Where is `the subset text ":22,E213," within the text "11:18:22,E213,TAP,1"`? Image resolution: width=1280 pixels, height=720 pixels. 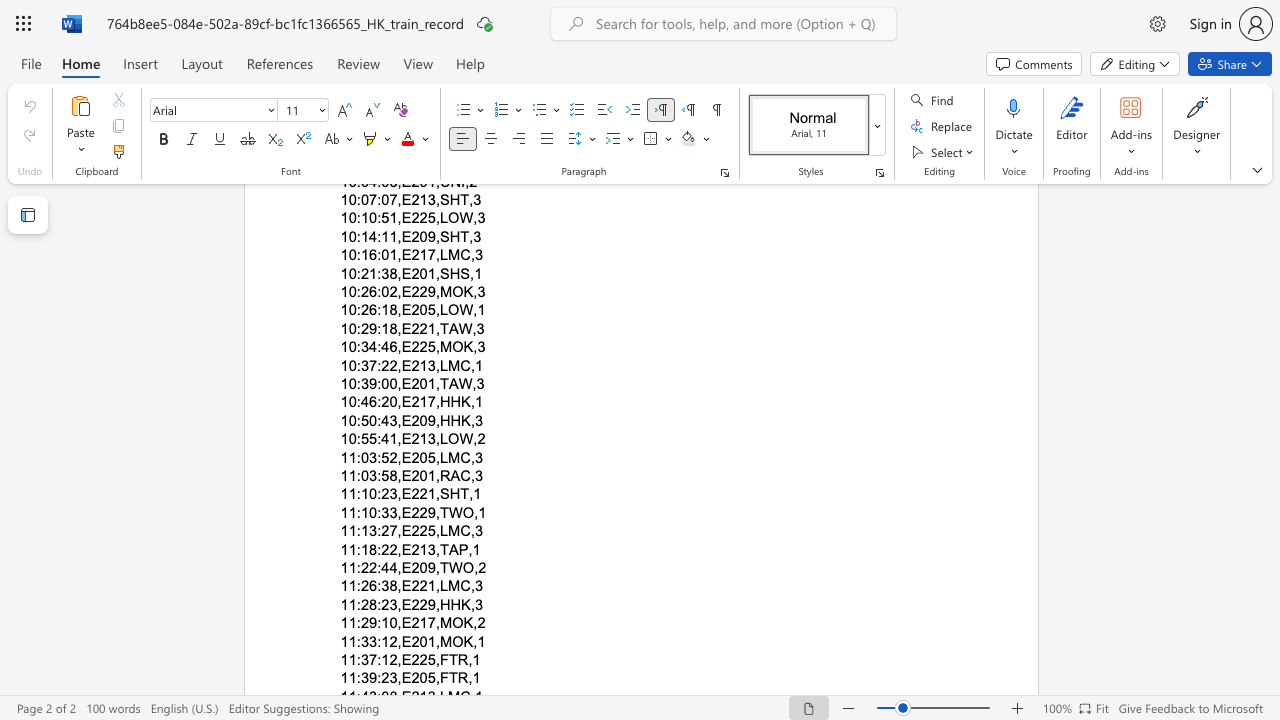 the subset text ":22,E213," within the text "11:18:22,E213,TAP,1" is located at coordinates (377, 549).